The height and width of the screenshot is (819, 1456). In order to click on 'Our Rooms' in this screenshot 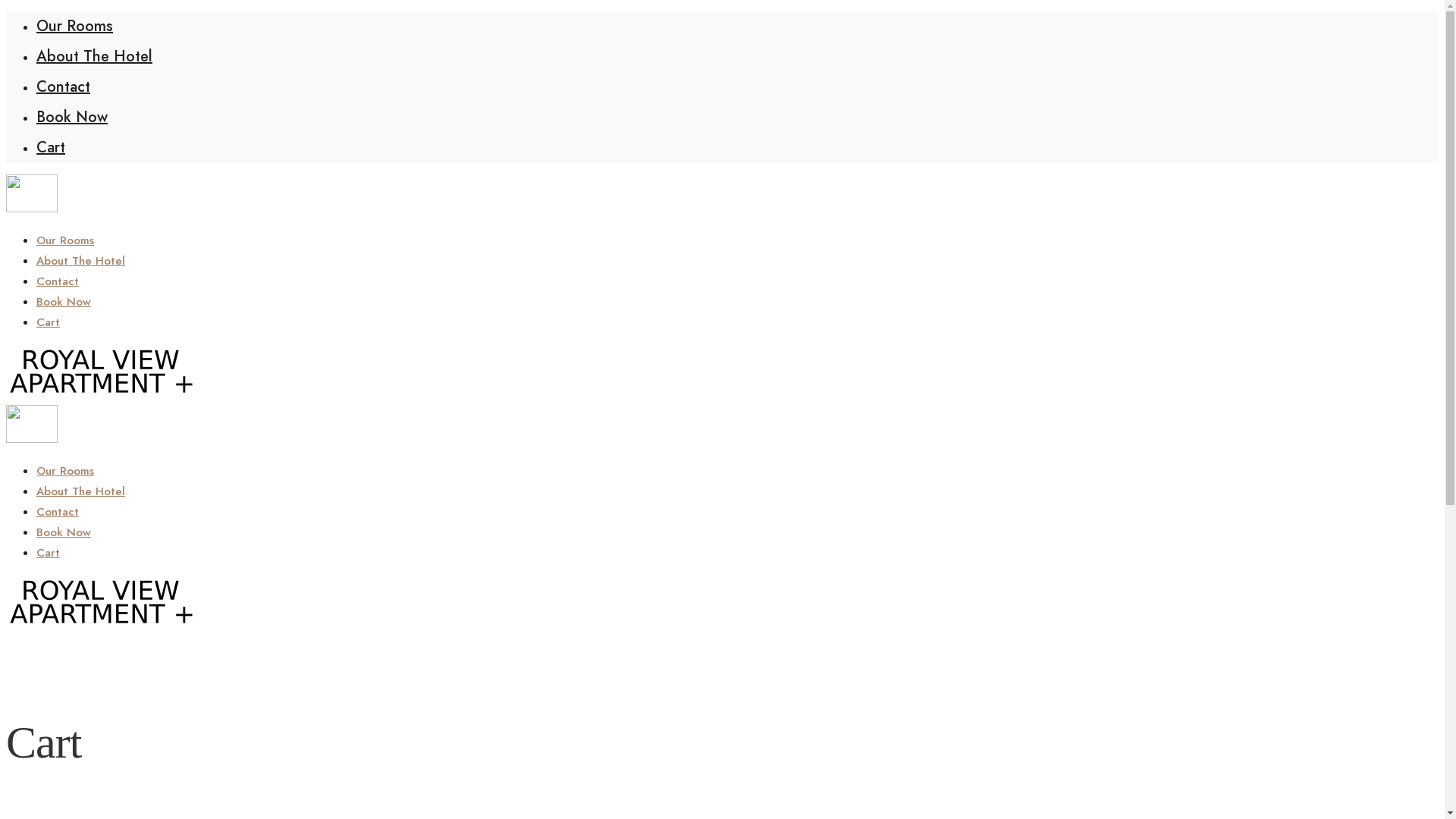, I will do `click(64, 239)`.